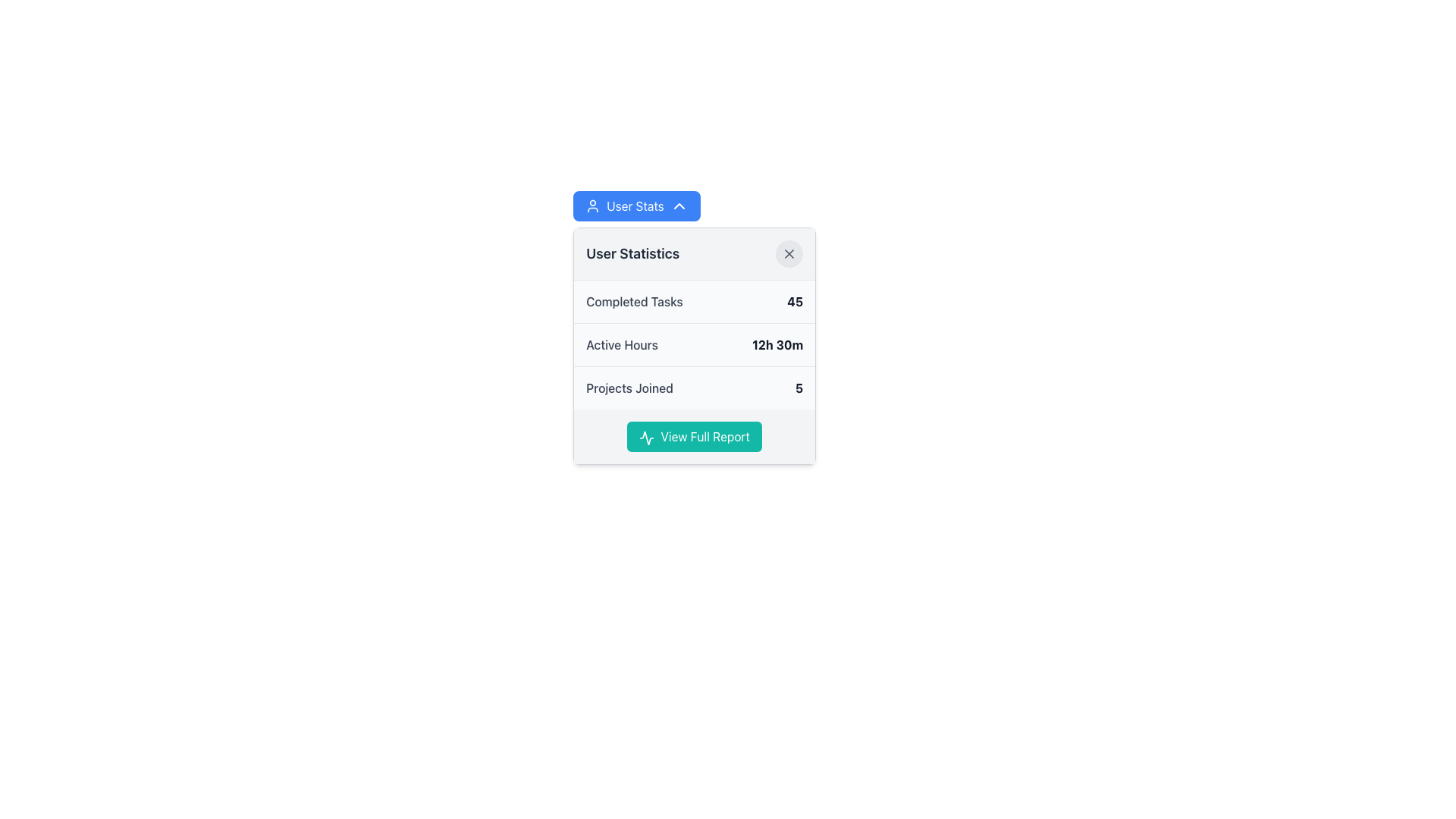 The image size is (1456, 819). Describe the element at coordinates (637, 206) in the screenshot. I see `the button located at the top of the popup interface, which toggles the visibility of the user statistics section` at that location.